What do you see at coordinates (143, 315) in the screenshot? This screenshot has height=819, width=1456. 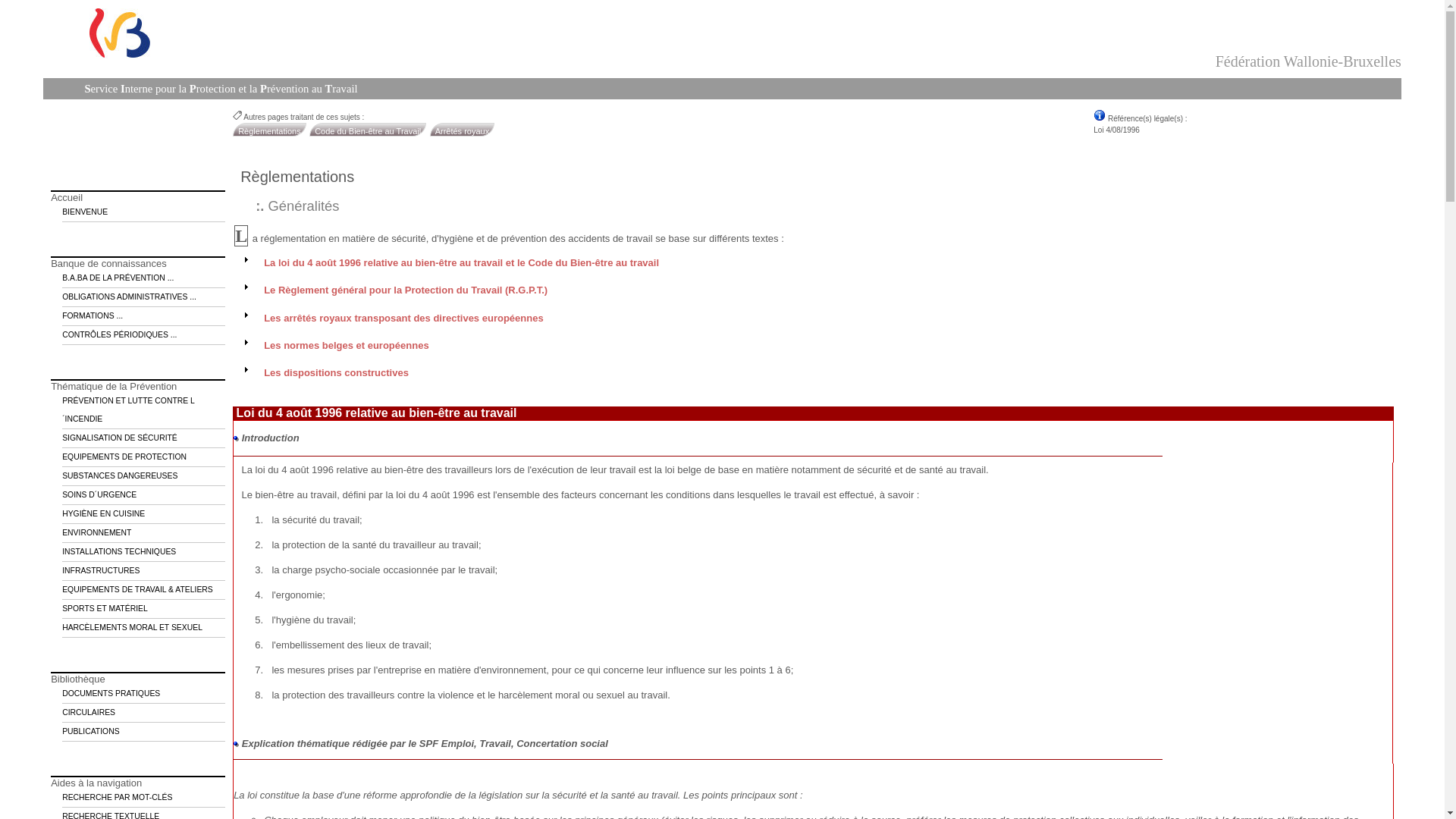 I see `'FORMATIONS ...'` at bounding box center [143, 315].